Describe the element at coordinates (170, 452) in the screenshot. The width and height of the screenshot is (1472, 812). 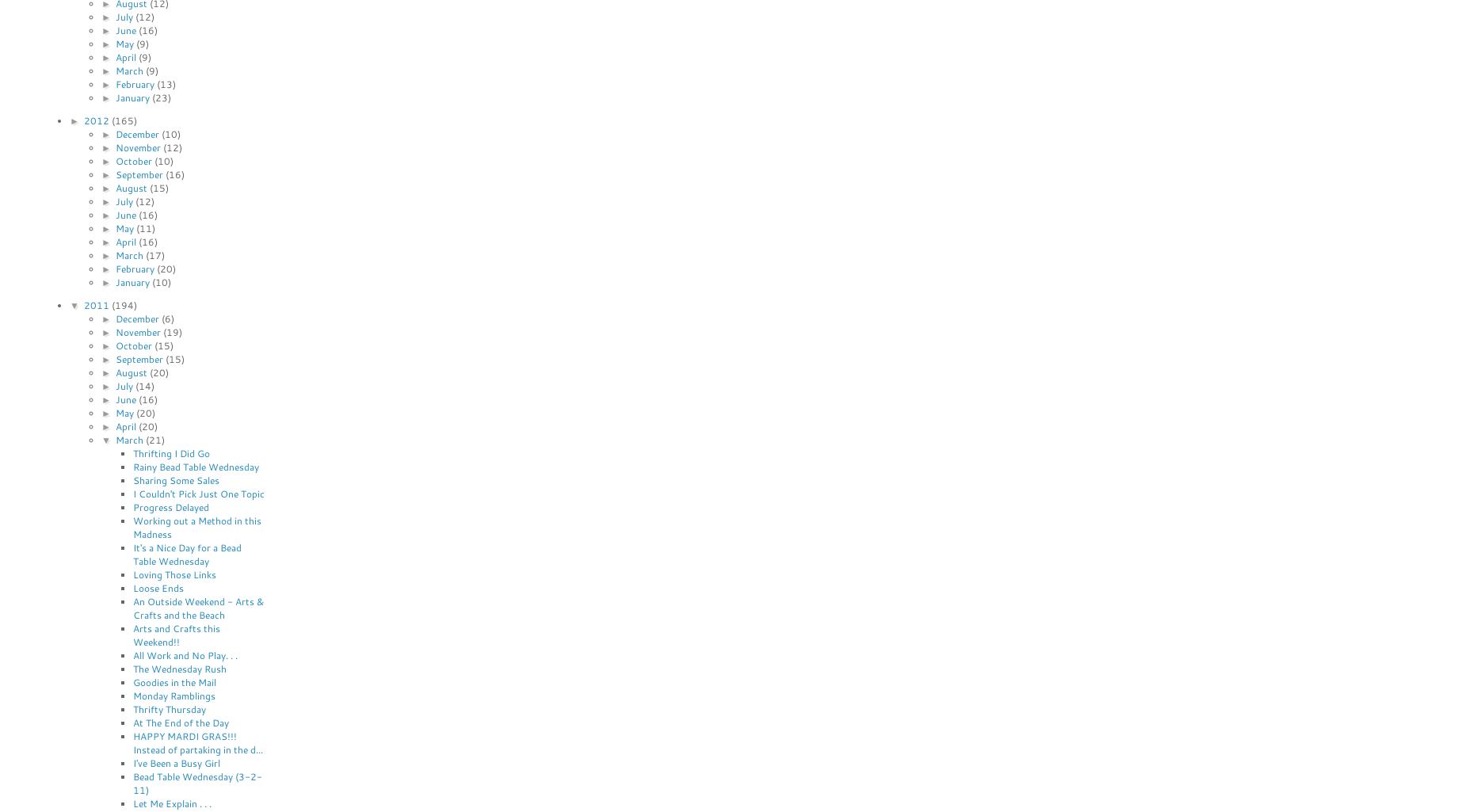
I see `'Thrifting I Did Go'` at that location.